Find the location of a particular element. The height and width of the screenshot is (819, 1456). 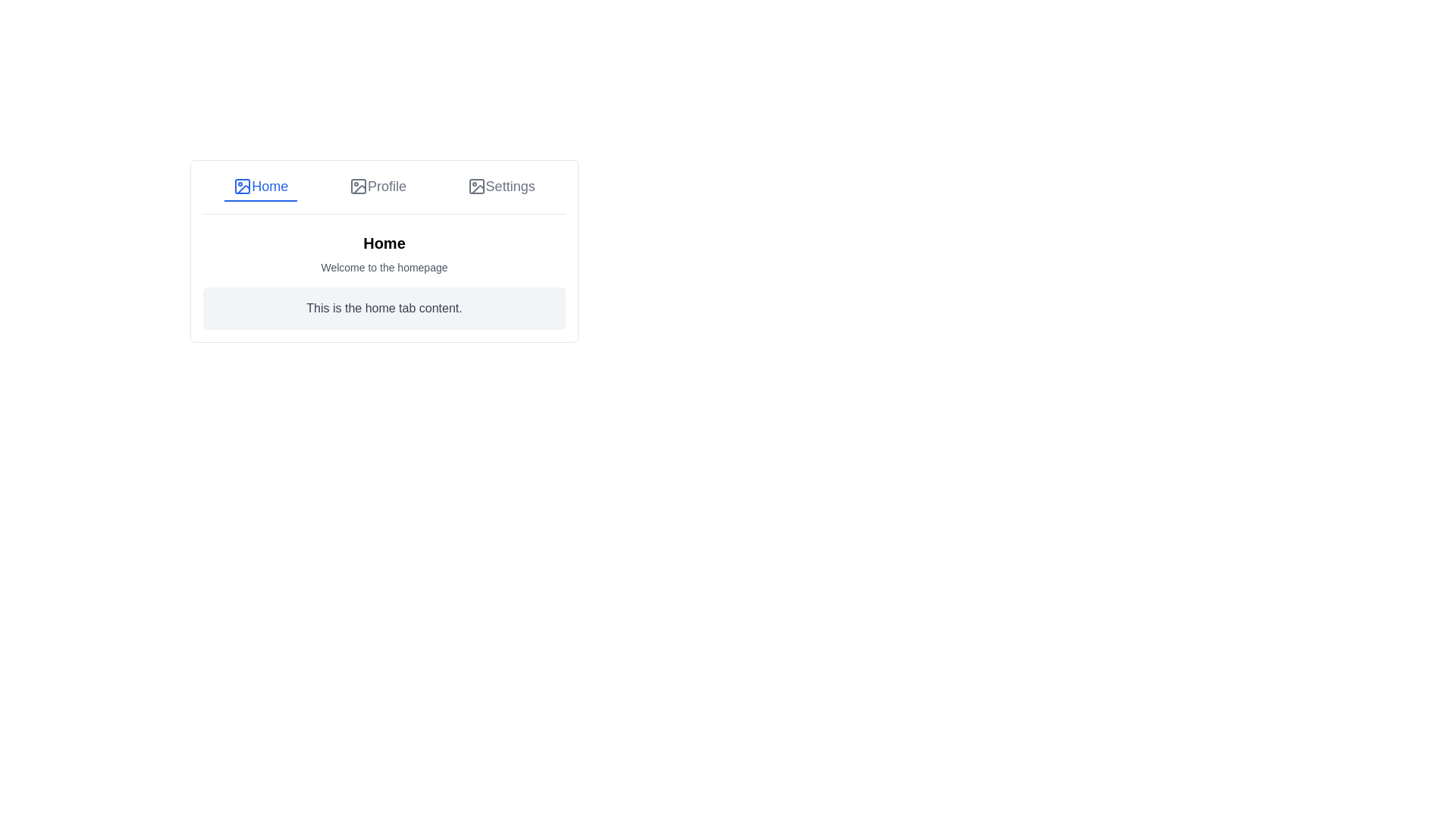

the 'Settings' tab, which is the last tab in the group of tabs labeled 'Home', 'Profile', and 'Settings' is located at coordinates (501, 186).